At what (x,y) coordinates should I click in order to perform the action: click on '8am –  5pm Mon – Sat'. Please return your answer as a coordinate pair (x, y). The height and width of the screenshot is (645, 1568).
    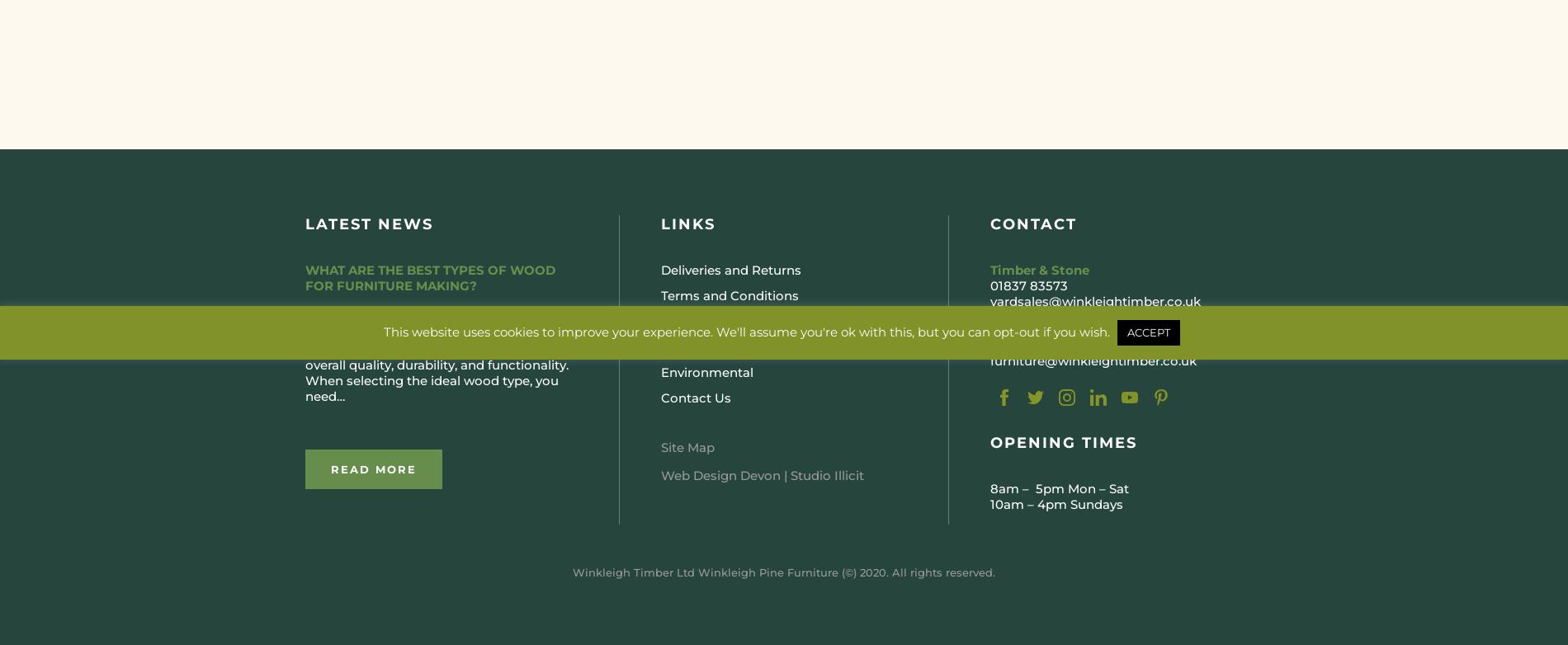
    Looking at the image, I should click on (1059, 487).